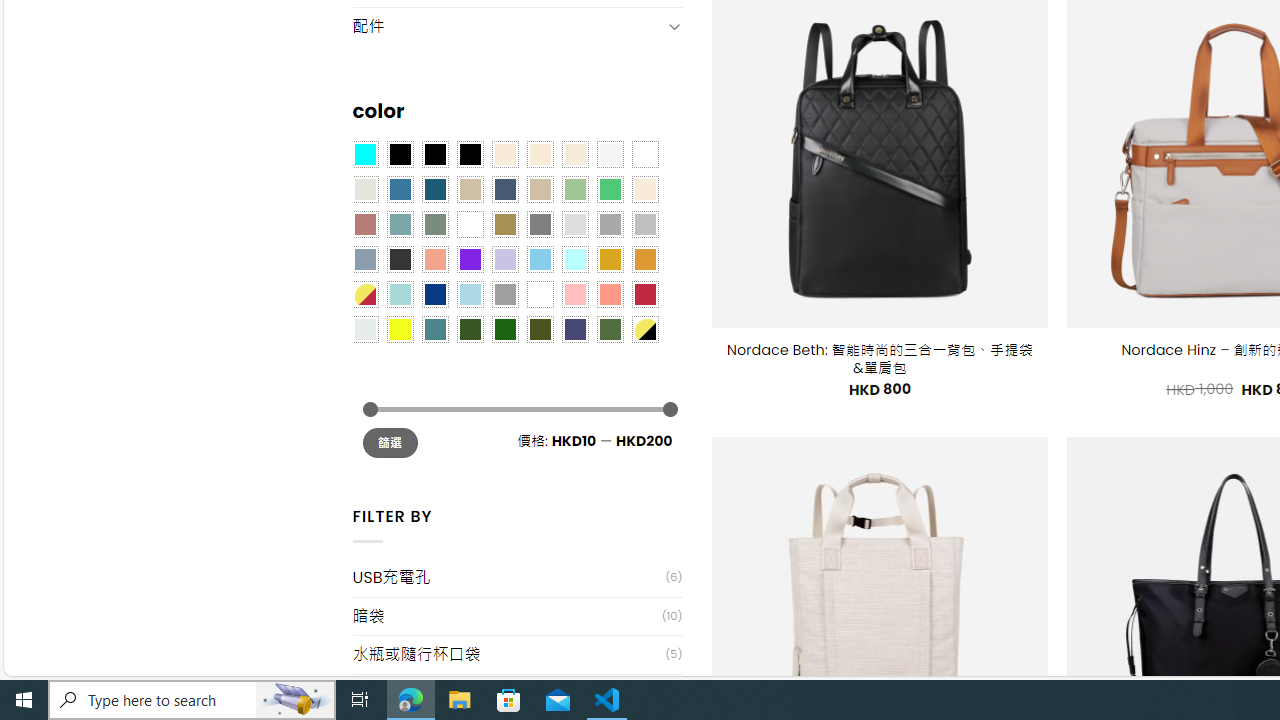 This screenshot has width=1280, height=720. Describe the element at coordinates (364, 328) in the screenshot. I see `'Dull Nickle'` at that location.